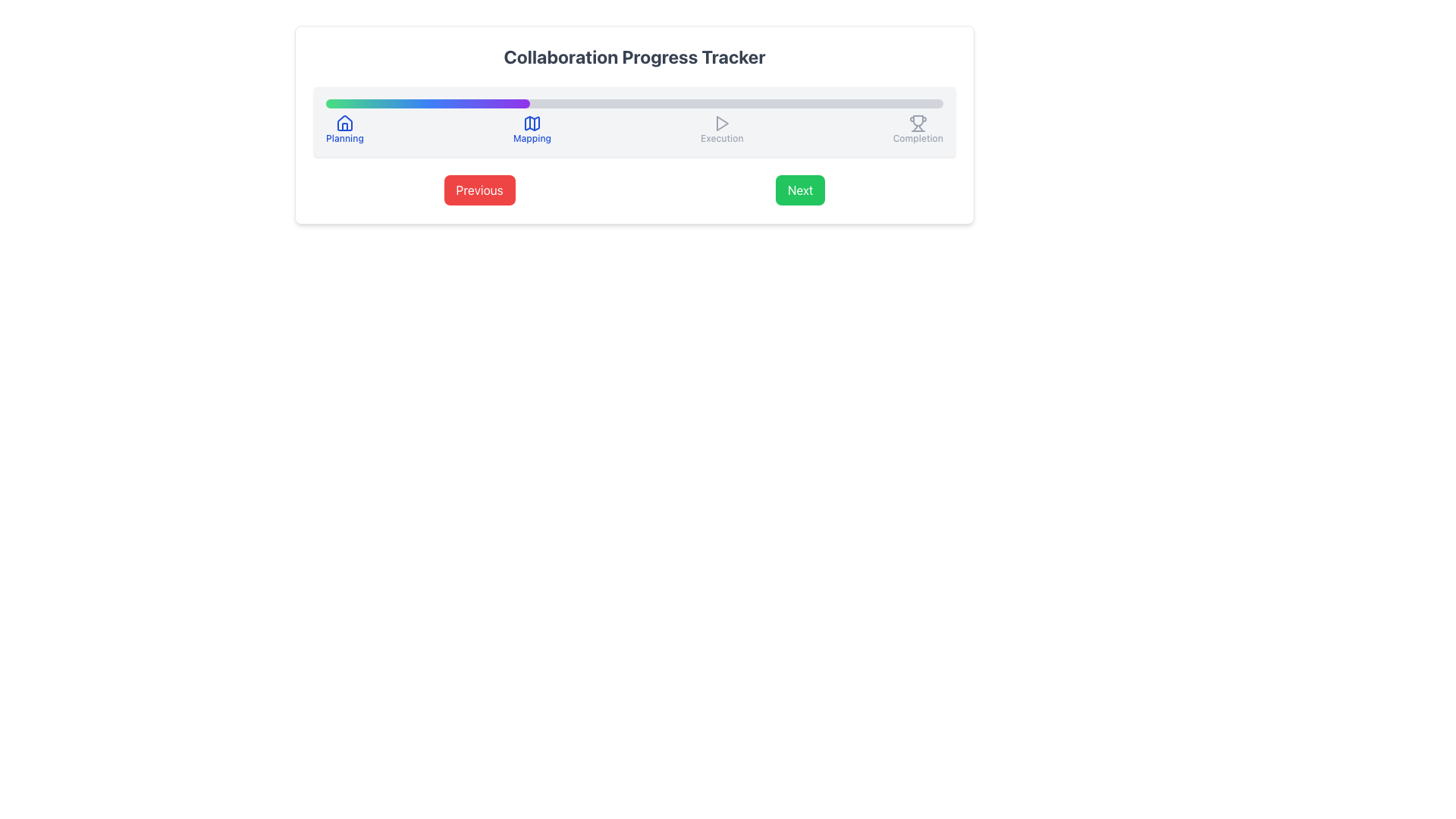 This screenshot has height=819, width=1456. Describe the element at coordinates (721, 138) in the screenshot. I see `the label reading 'Execution' which is styled in light gray font and is part of the 'Collaboration Progress Tracker'. It is the third label beneath the progress bar, located between 'Mapping' and 'Completion'` at that location.